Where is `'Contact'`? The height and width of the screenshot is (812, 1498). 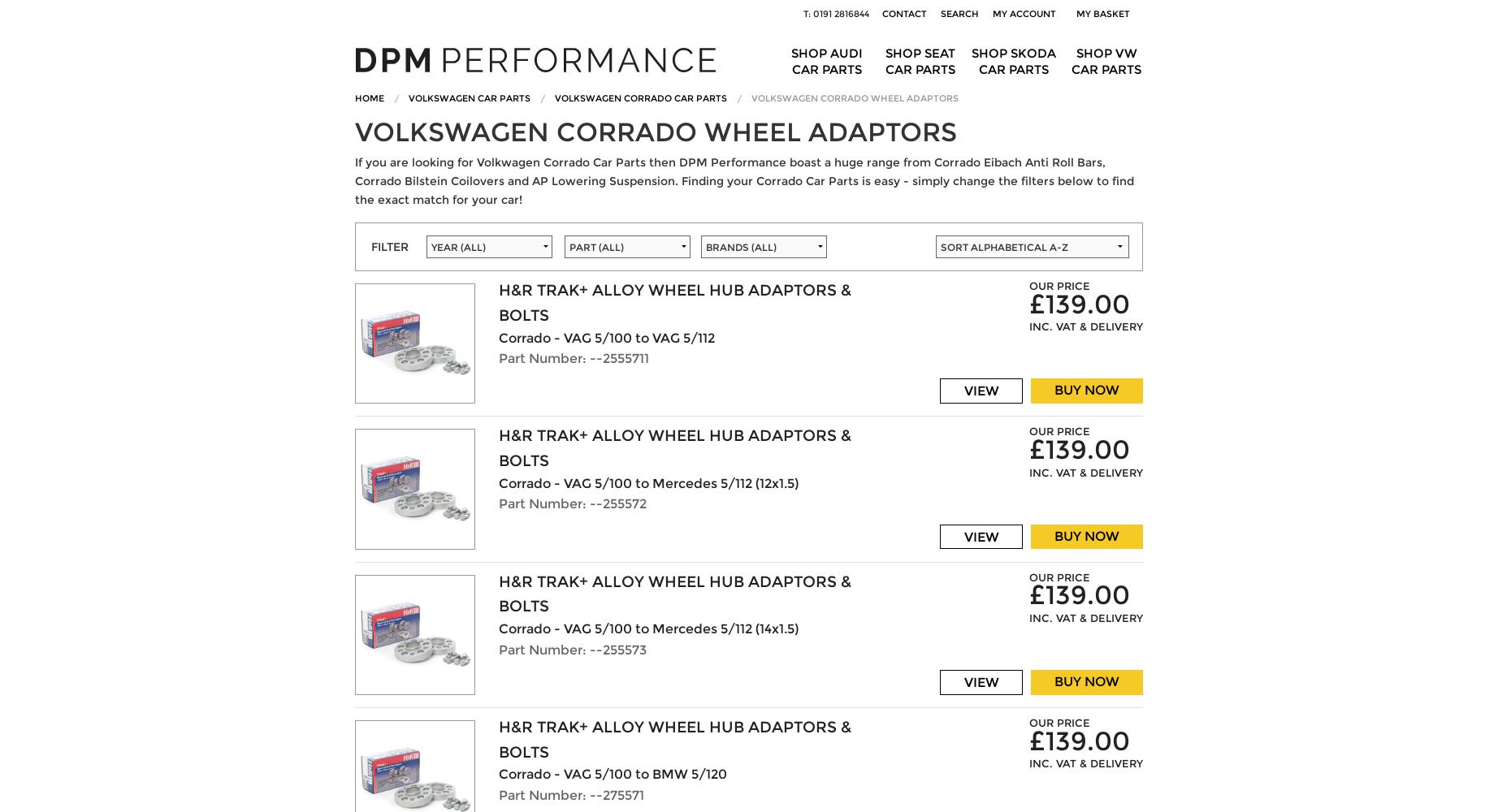 'Contact' is located at coordinates (904, 14).